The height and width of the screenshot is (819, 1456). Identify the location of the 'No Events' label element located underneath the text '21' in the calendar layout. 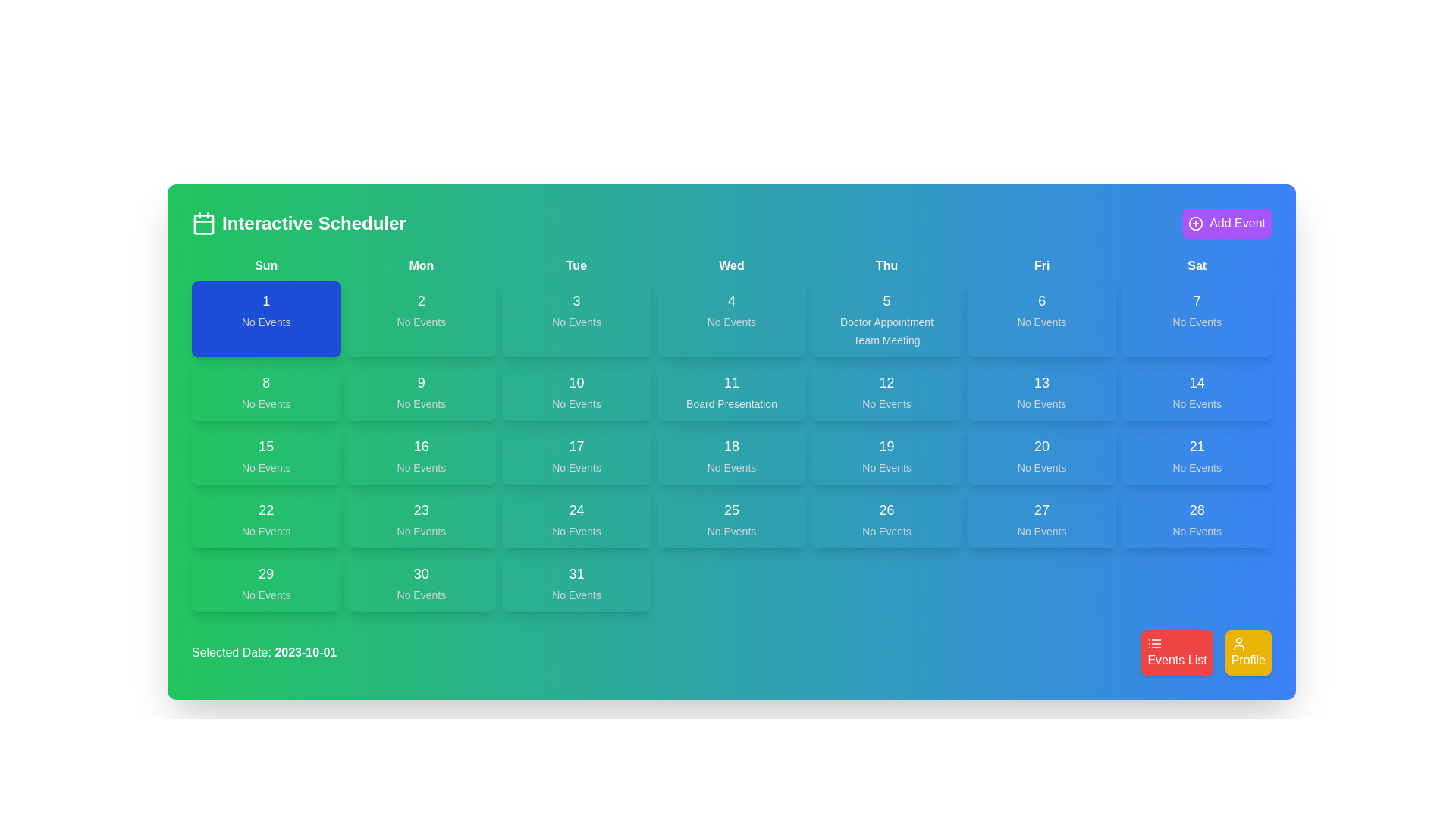
(1196, 467).